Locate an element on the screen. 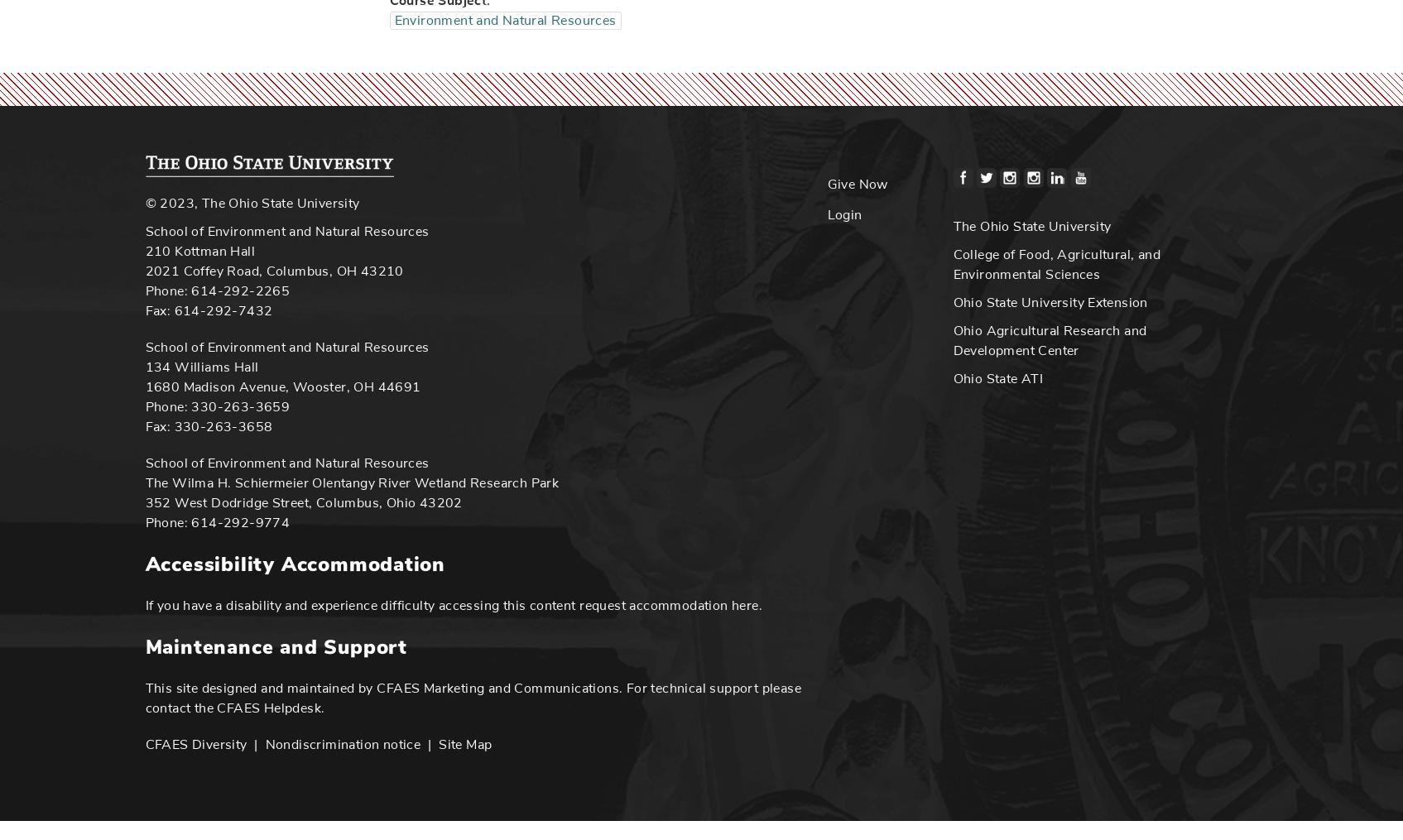 This screenshot has height=840, width=1403. 'Give Now' is located at coordinates (856, 183).